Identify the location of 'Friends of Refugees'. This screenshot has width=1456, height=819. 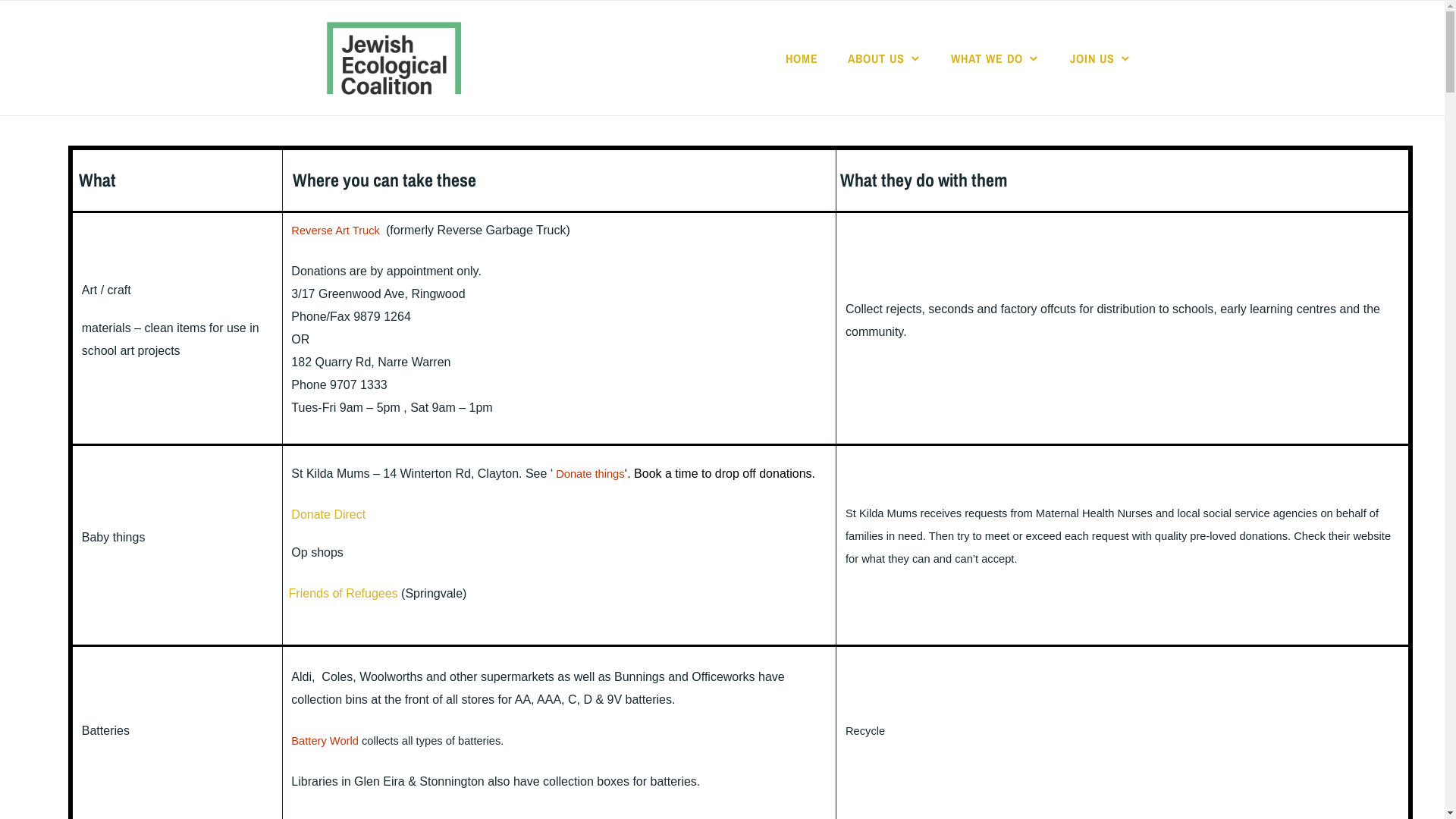
(342, 592).